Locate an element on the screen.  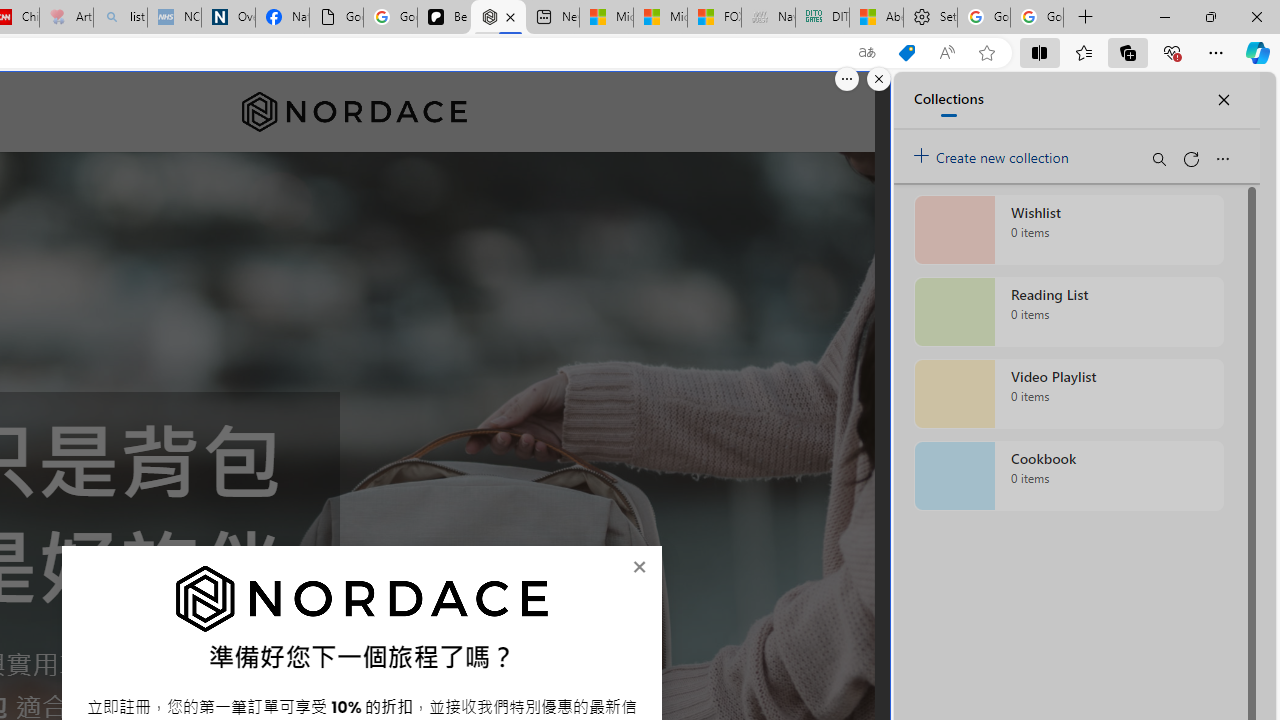
'Google Analytics Opt-out Browser Add-on Download Page' is located at coordinates (336, 17).